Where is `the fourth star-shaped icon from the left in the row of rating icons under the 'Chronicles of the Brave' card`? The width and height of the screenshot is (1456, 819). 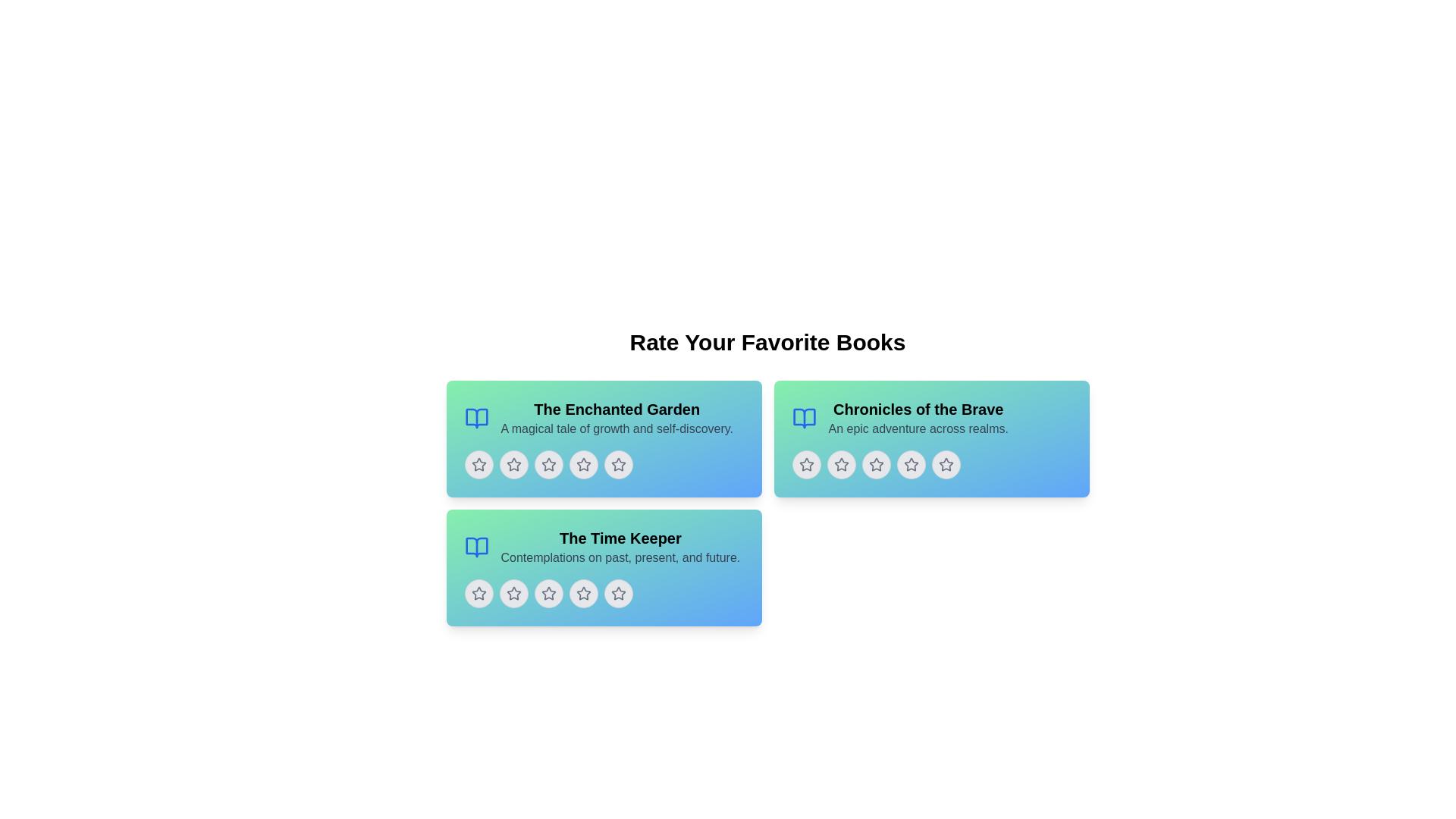
the fourth star-shaped icon from the left in the row of rating icons under the 'Chronicles of the Brave' card is located at coordinates (945, 464).